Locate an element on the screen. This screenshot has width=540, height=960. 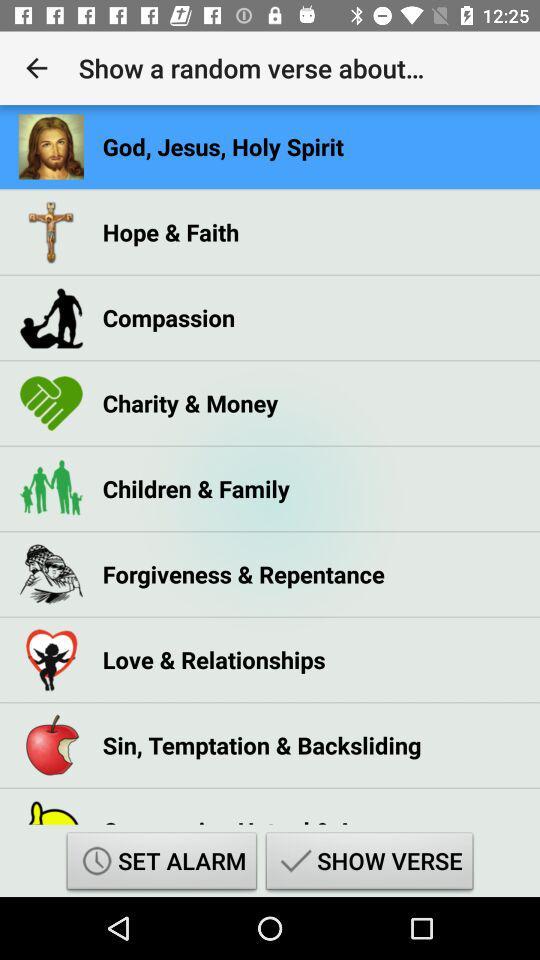
the app next to the show a random app is located at coordinates (36, 68).